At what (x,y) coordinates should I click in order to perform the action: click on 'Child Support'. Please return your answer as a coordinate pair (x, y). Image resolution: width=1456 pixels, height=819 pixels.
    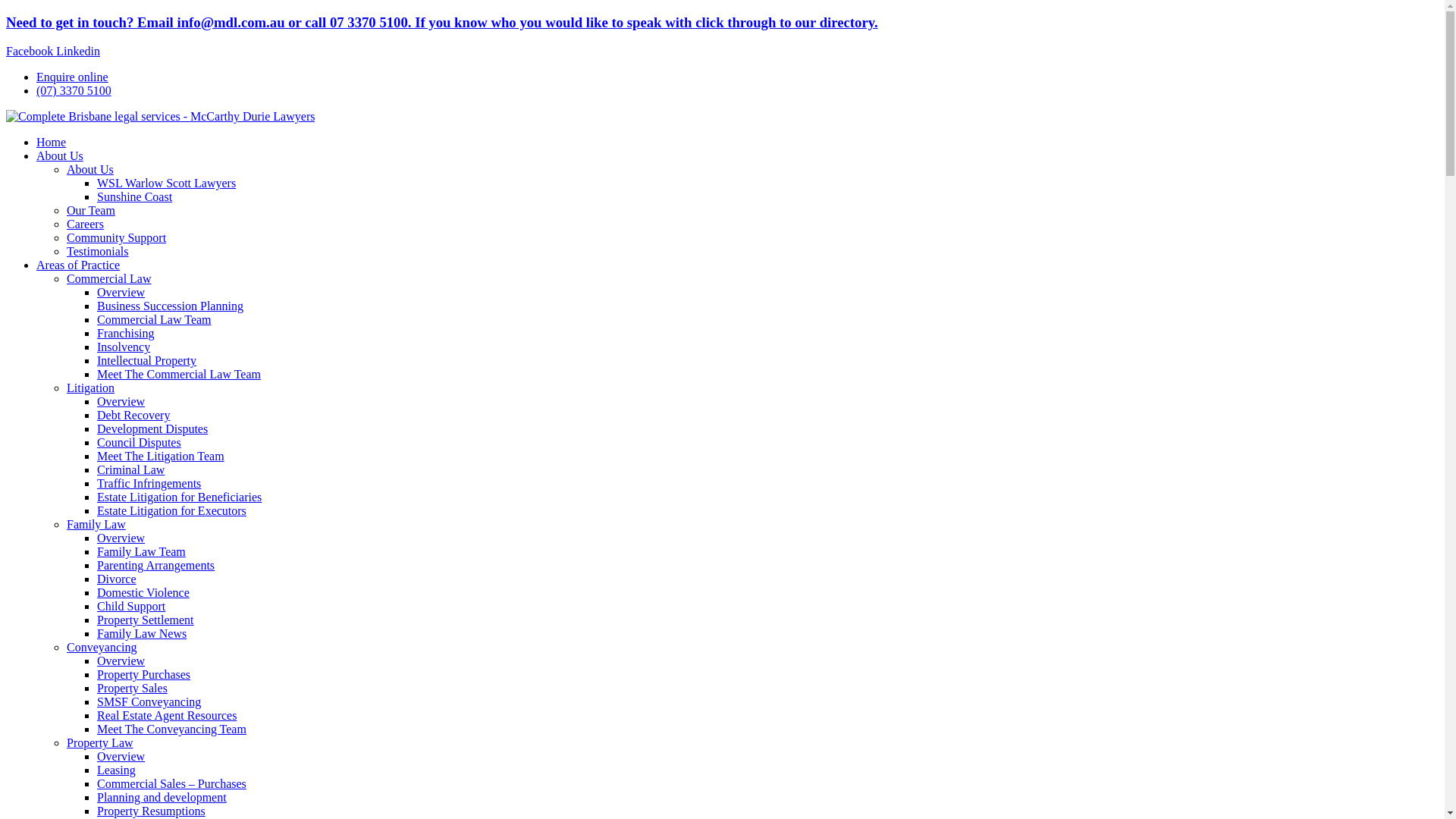
    Looking at the image, I should click on (130, 605).